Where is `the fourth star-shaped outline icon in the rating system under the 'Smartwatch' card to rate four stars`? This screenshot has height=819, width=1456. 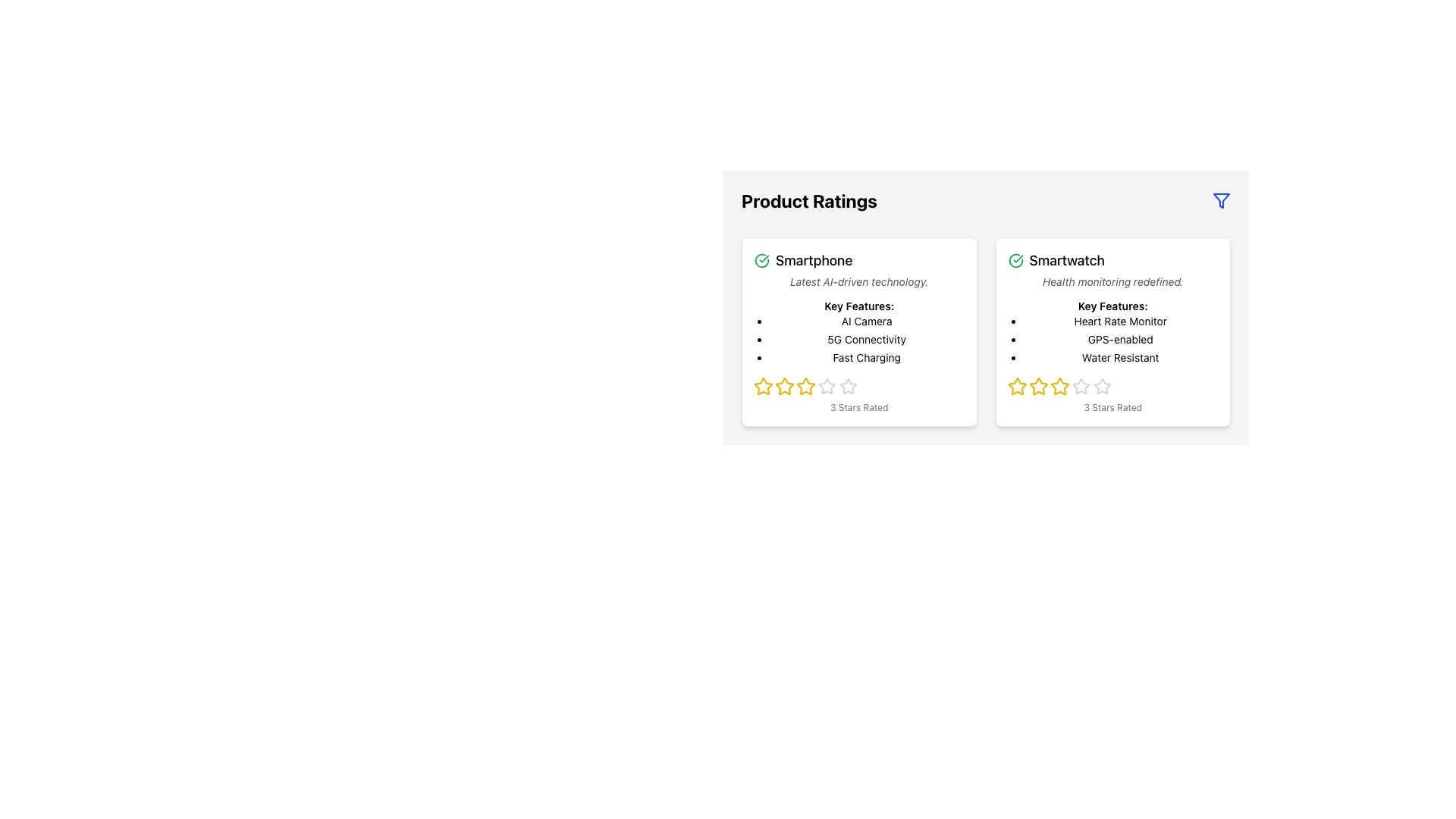
the fourth star-shaped outline icon in the rating system under the 'Smartwatch' card to rate four stars is located at coordinates (1080, 385).